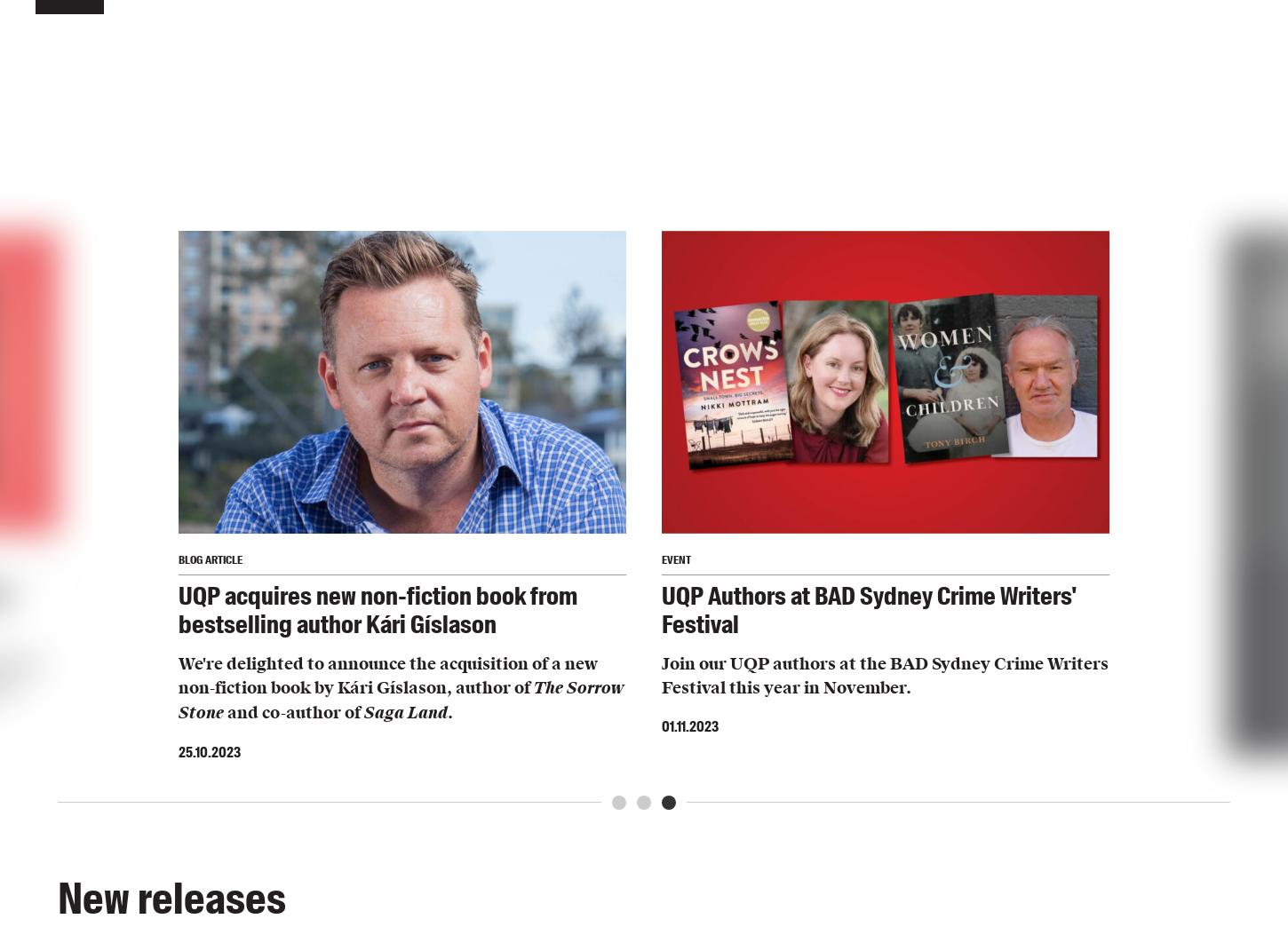 This screenshot has width=1288, height=927. Describe the element at coordinates (507, 202) in the screenshot. I see `'Teachers' notes'` at that location.